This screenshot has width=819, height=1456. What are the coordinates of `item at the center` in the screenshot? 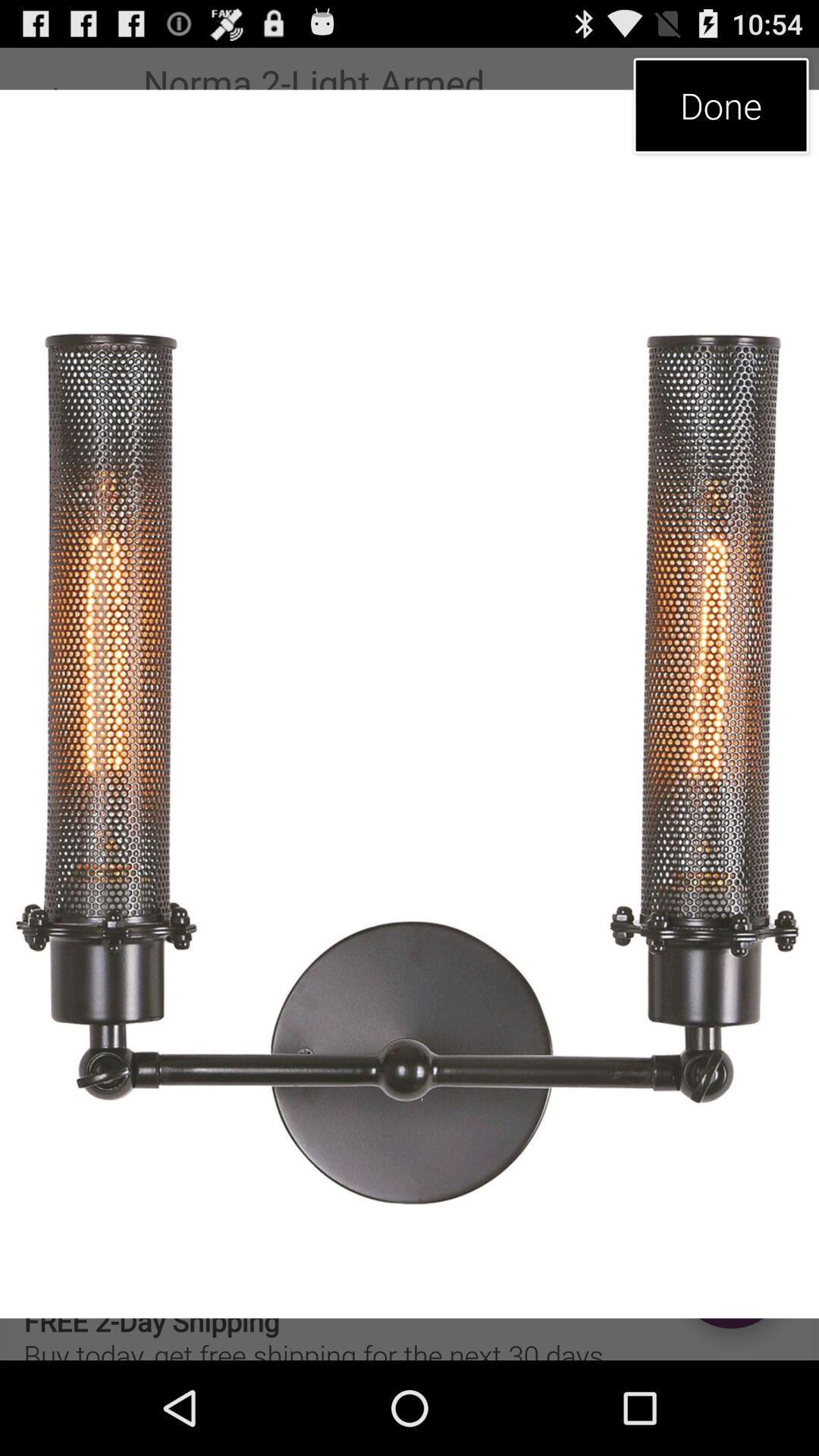 It's located at (409, 703).